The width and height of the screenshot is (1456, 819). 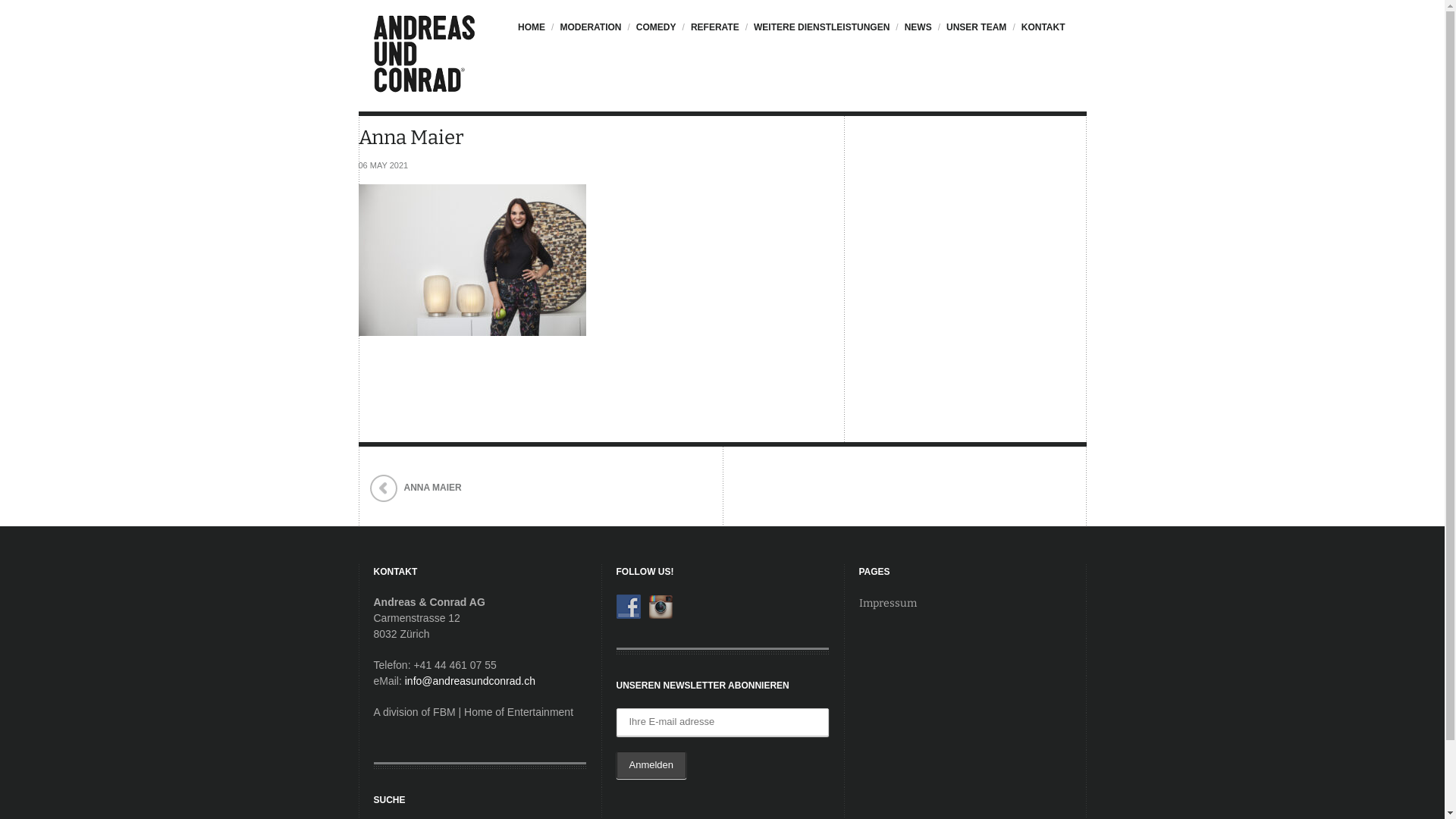 What do you see at coordinates (588, 34) in the screenshot?
I see `'MODERATION'` at bounding box center [588, 34].